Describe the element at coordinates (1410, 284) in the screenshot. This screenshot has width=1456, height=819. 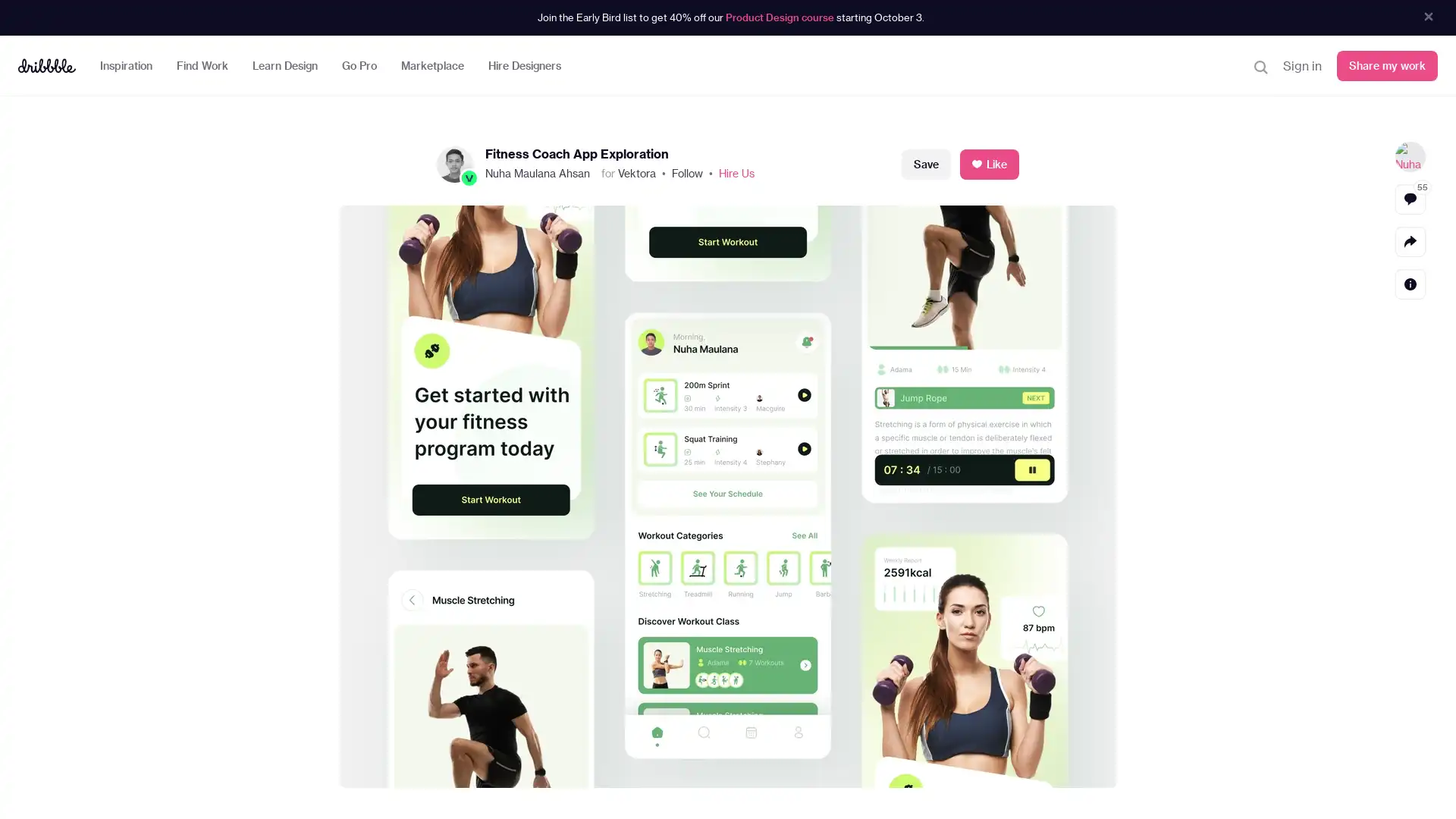
I see `Detail actions` at that location.